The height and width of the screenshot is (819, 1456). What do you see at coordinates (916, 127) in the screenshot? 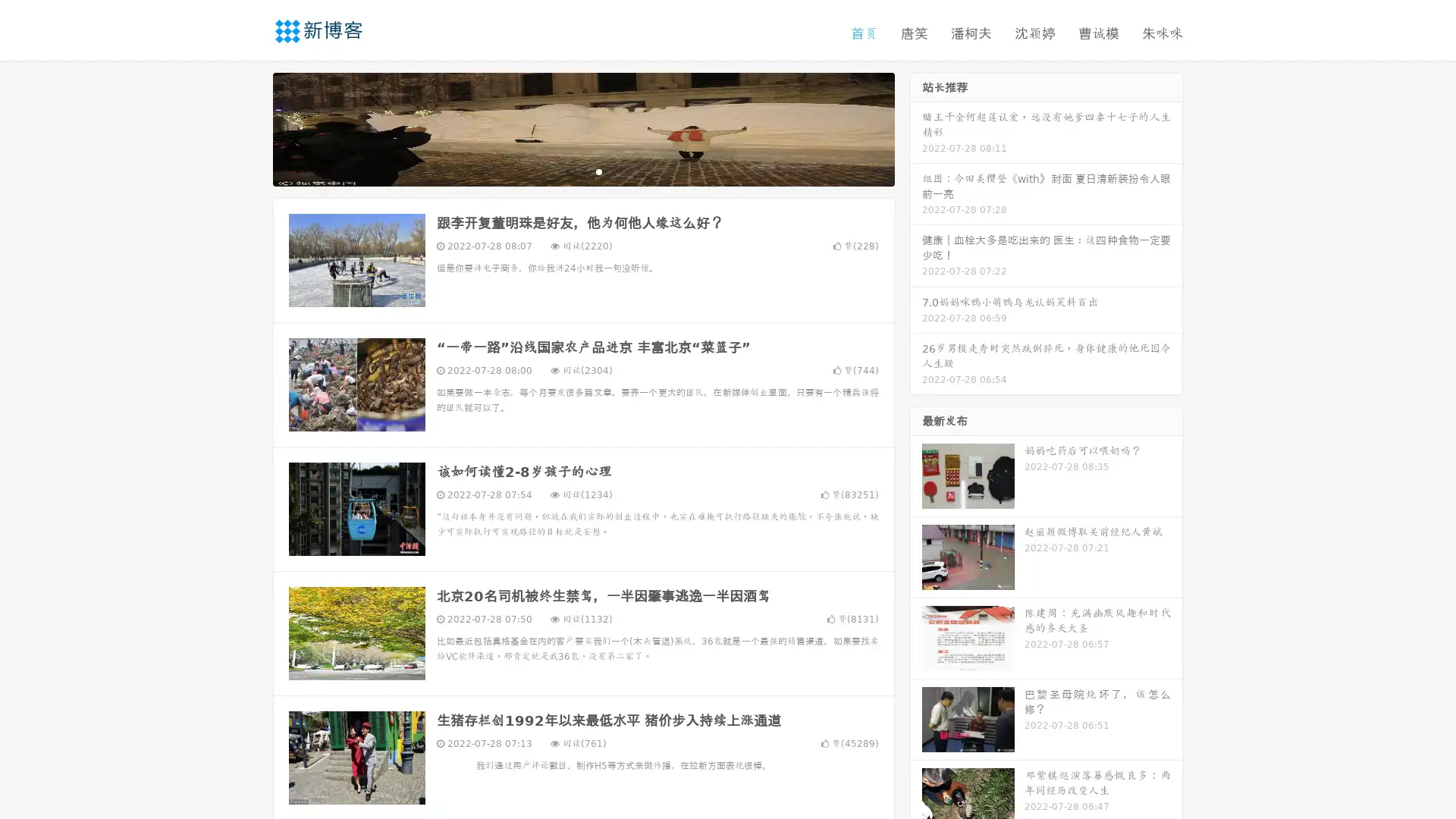
I see `Next slide` at bounding box center [916, 127].